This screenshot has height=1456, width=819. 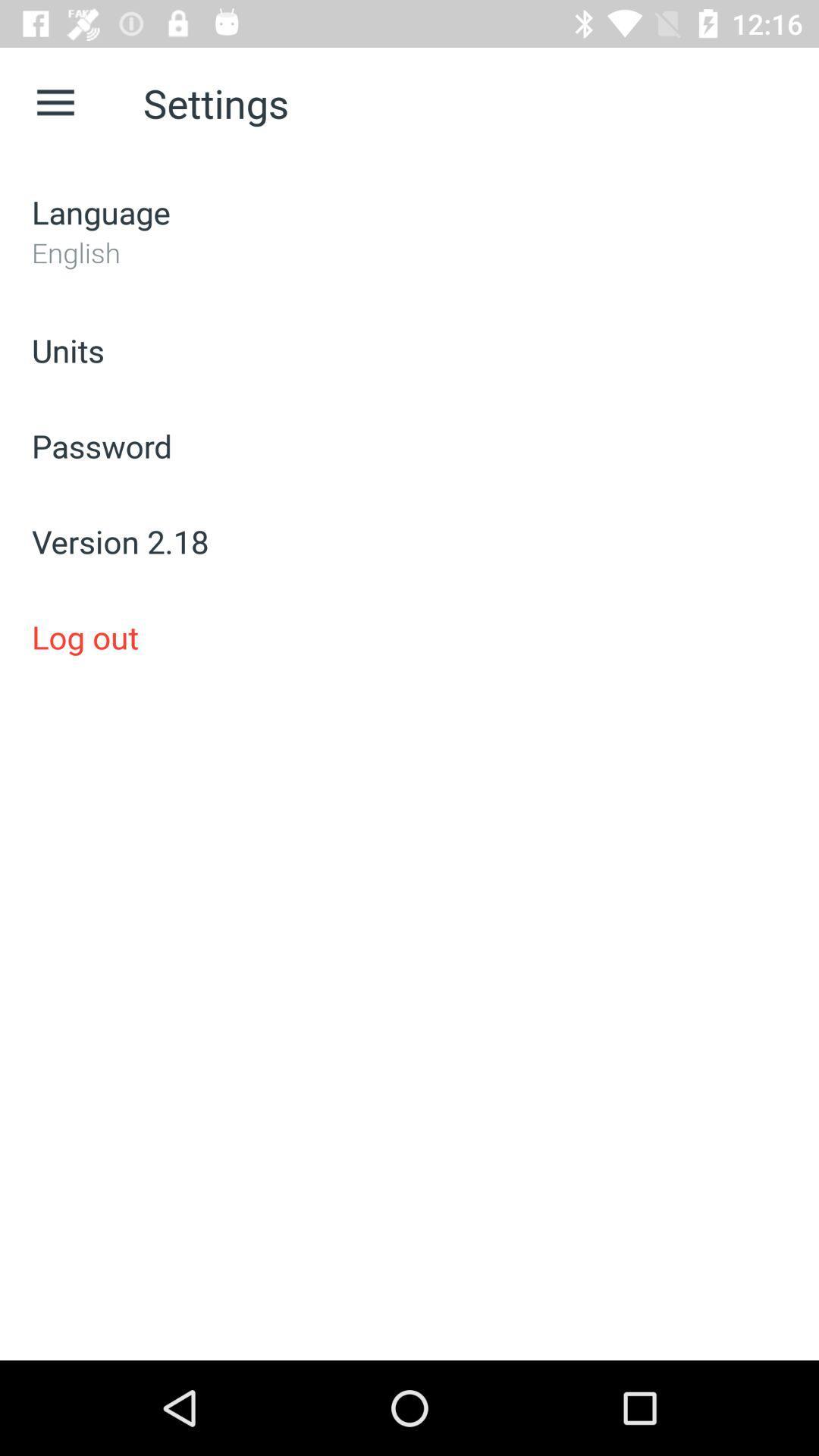 What do you see at coordinates (409, 637) in the screenshot?
I see `log out icon` at bounding box center [409, 637].